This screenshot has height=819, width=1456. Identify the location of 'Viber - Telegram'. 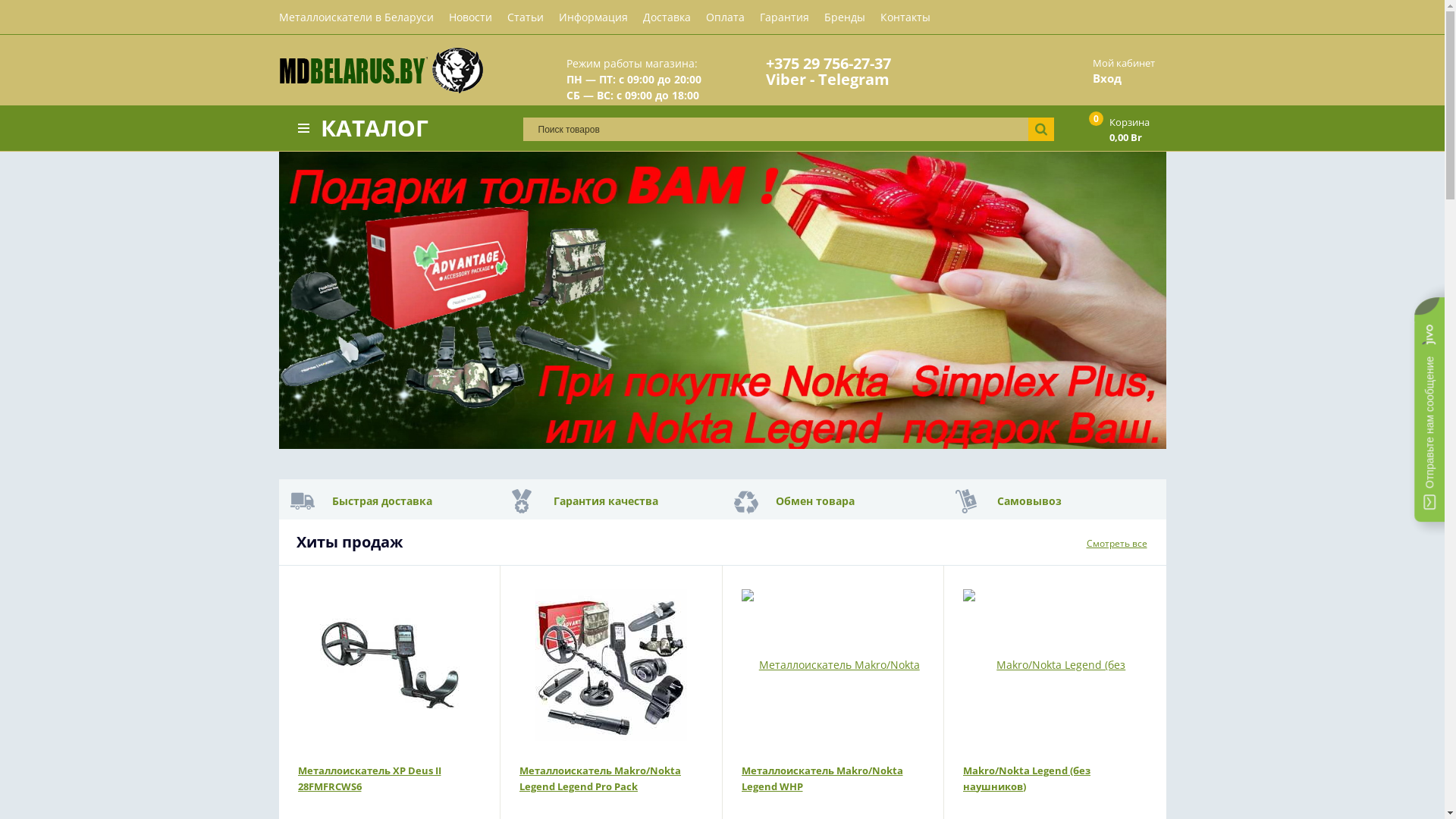
(827, 79).